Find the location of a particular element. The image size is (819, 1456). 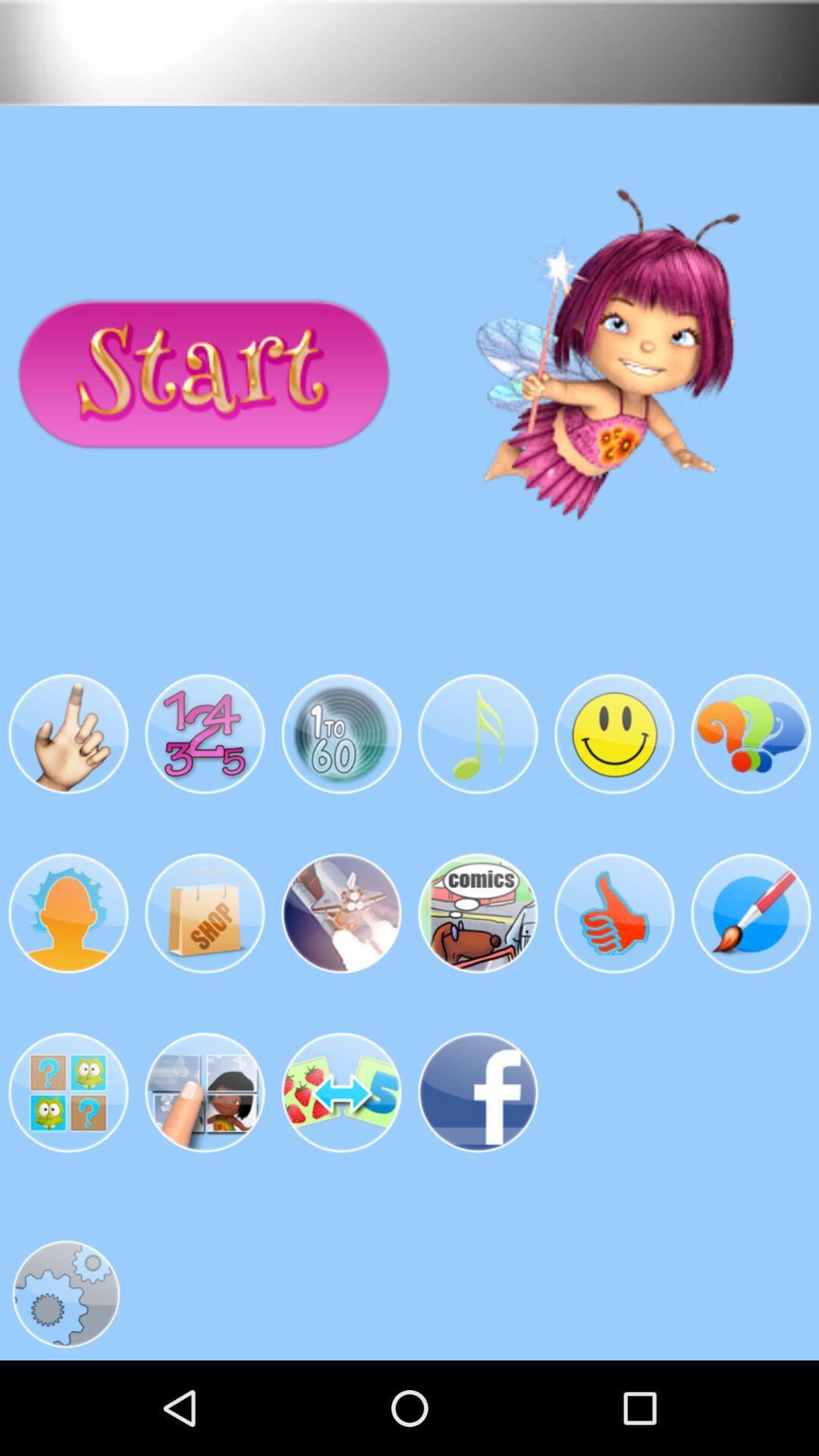

the edit icon is located at coordinates (751, 977).